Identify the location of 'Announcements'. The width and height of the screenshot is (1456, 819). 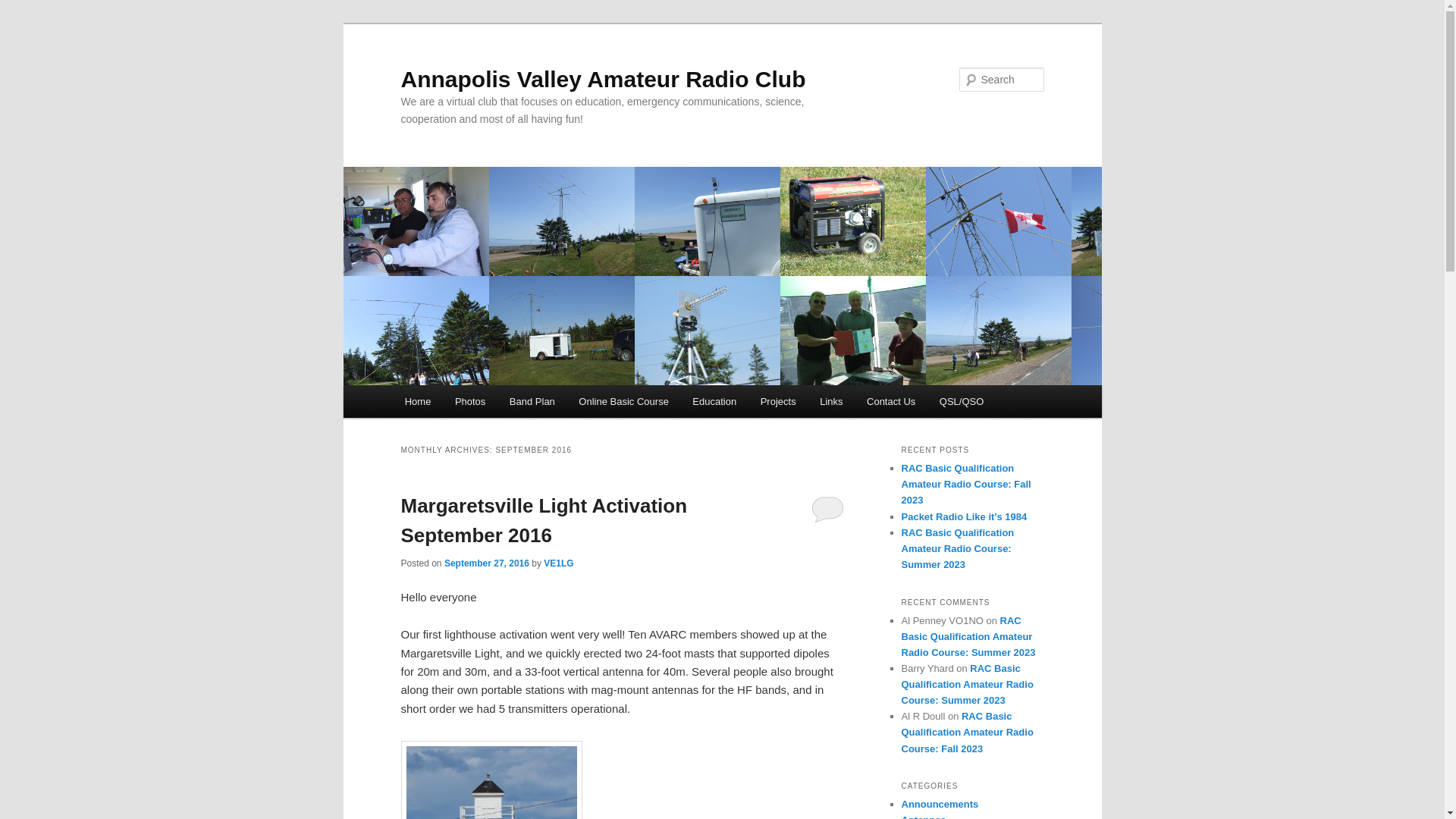
(938, 803).